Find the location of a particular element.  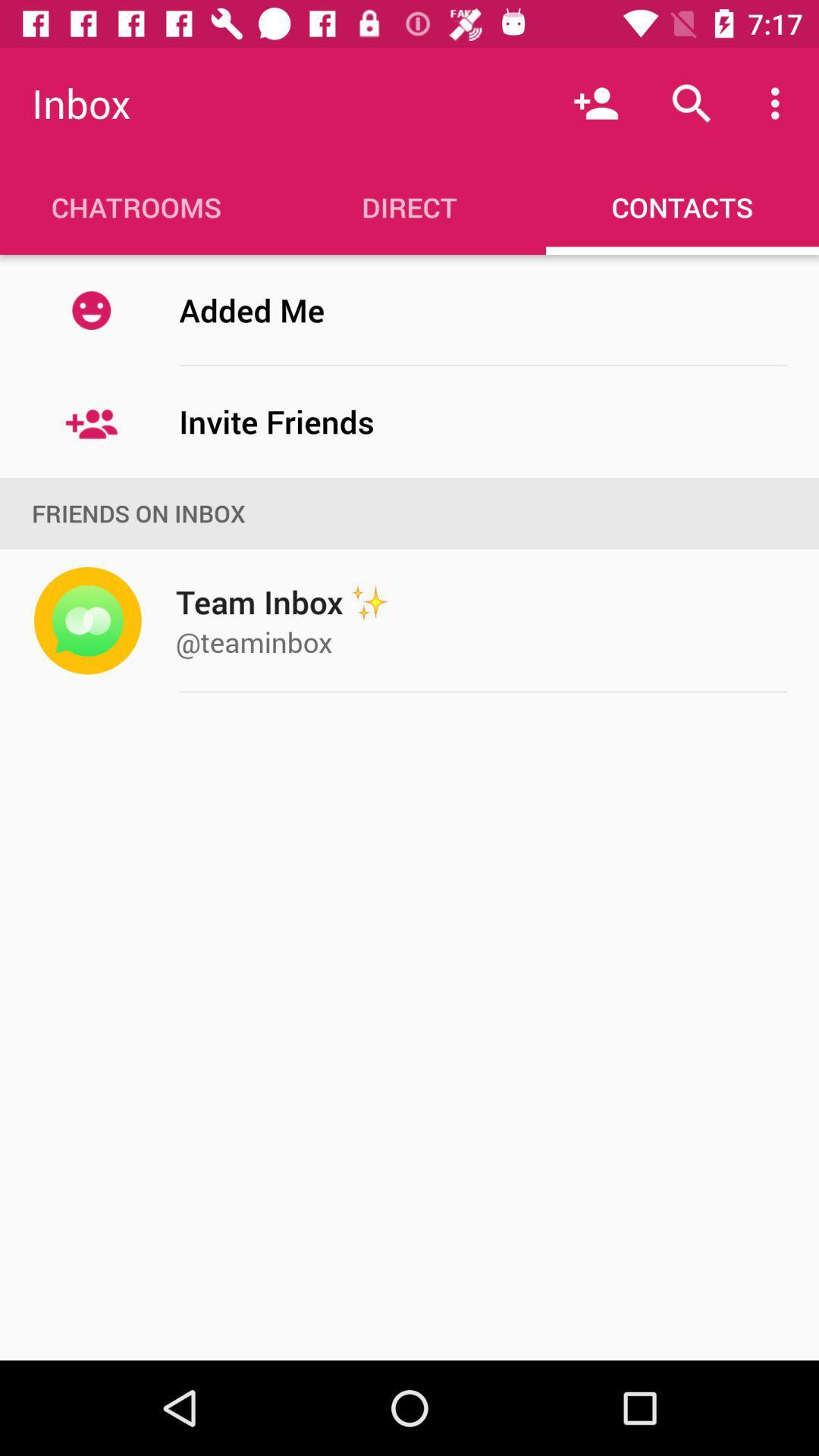

the button next to search icon is located at coordinates (779, 103).